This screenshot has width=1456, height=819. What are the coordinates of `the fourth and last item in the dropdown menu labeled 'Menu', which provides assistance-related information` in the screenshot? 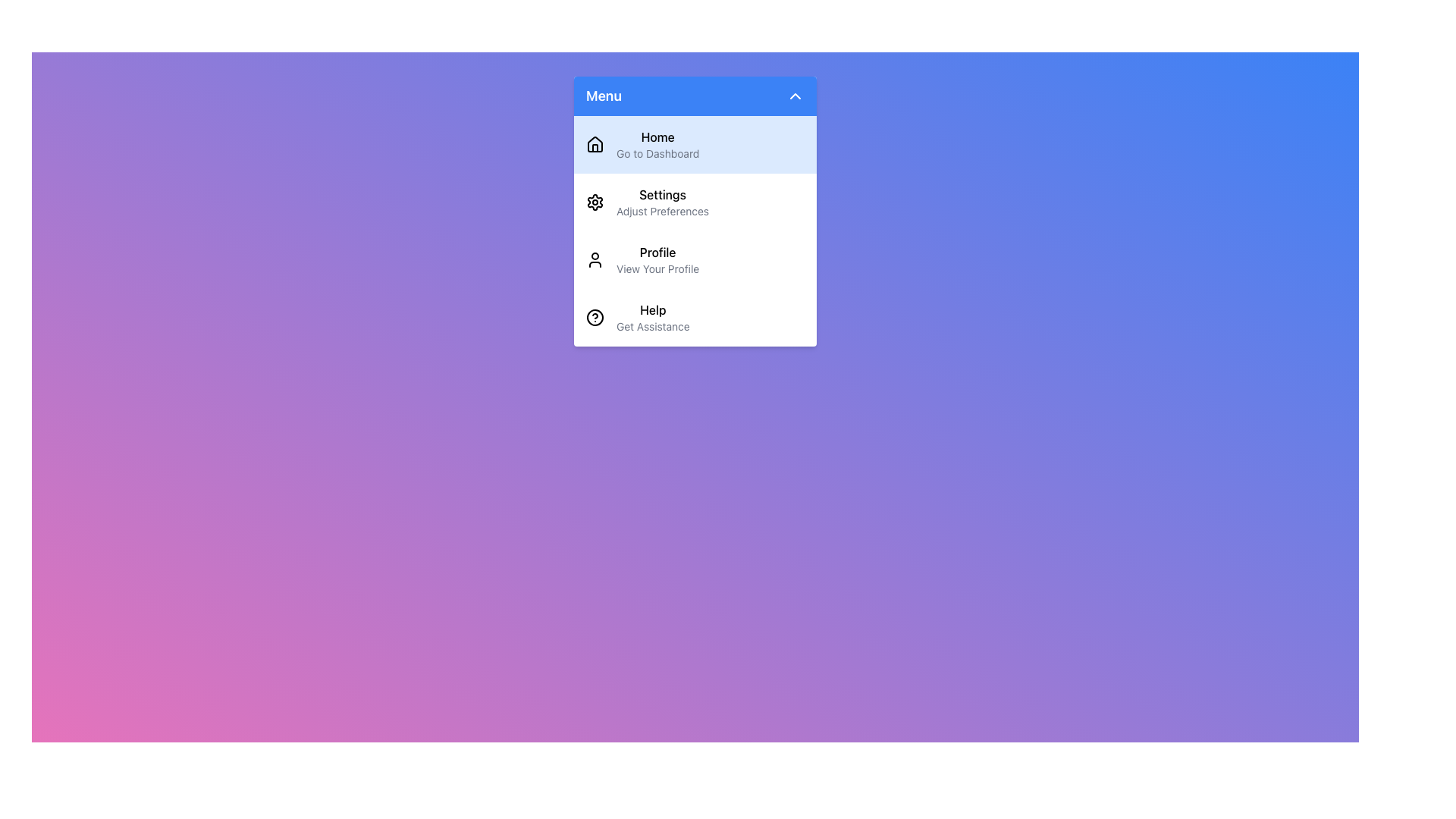 It's located at (653, 317).